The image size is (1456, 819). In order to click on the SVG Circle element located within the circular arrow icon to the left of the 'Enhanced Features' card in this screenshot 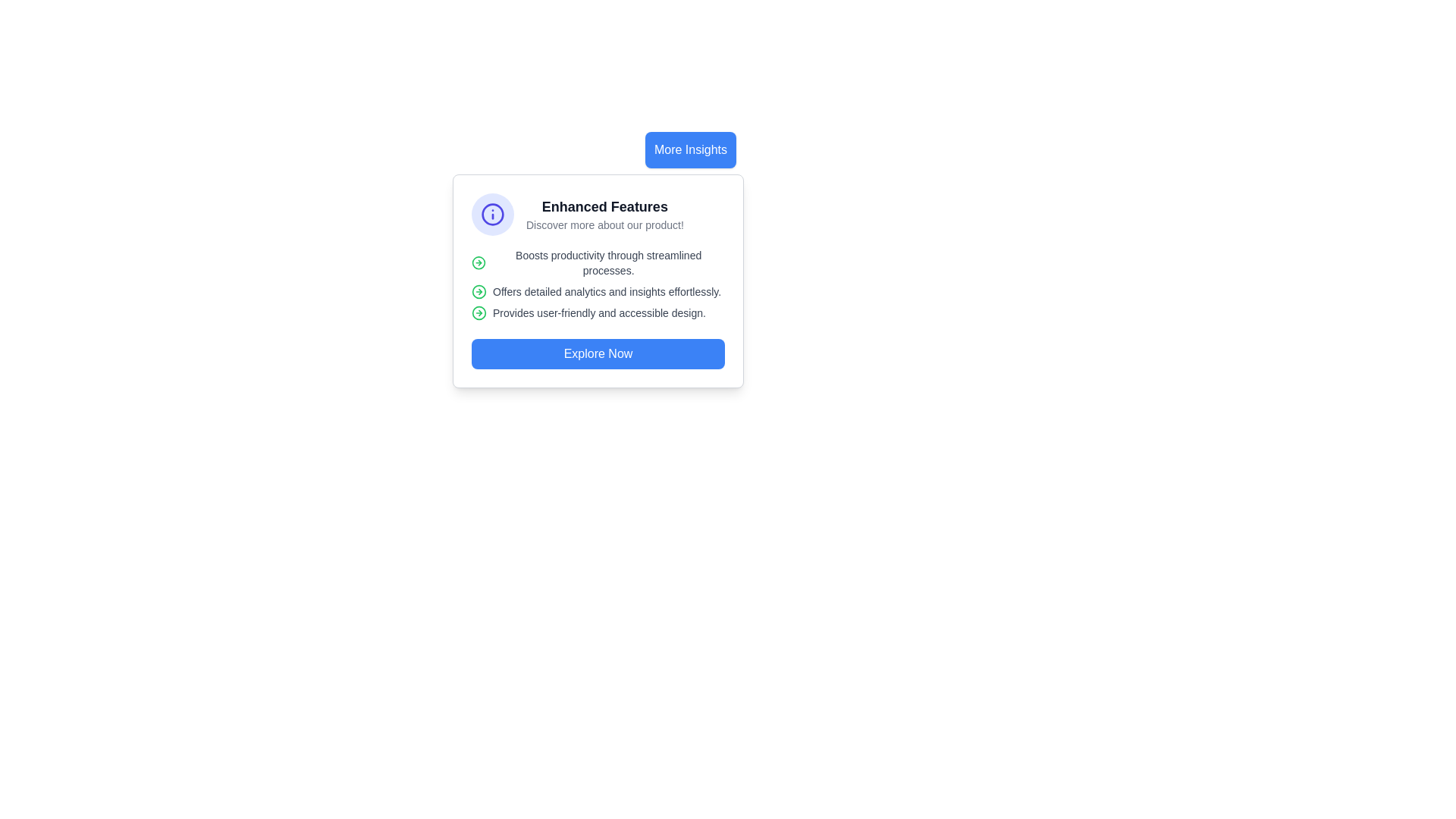, I will do `click(479, 312)`.